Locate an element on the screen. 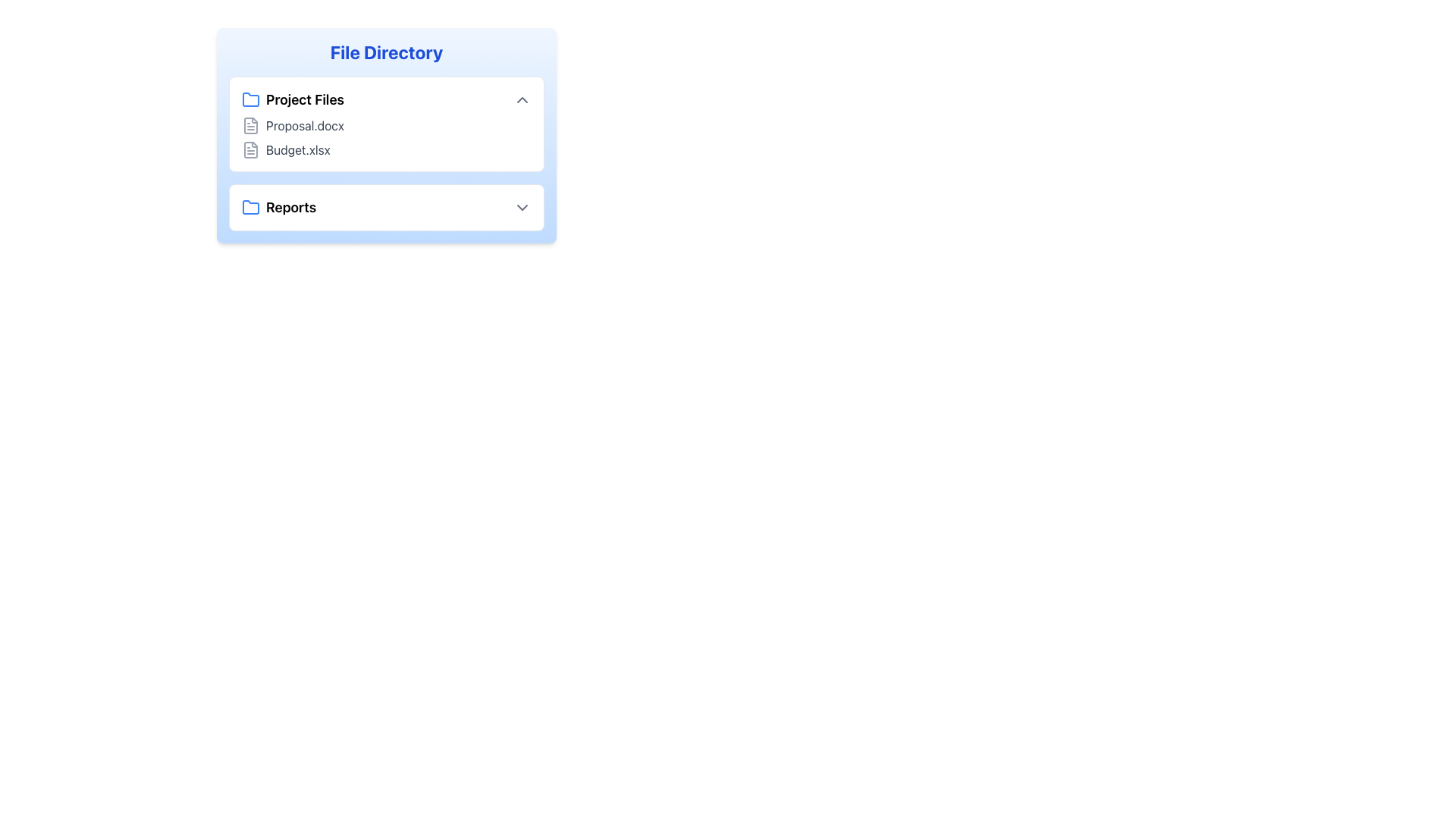  the folder icon representing 'Project Files' is located at coordinates (251, 99).